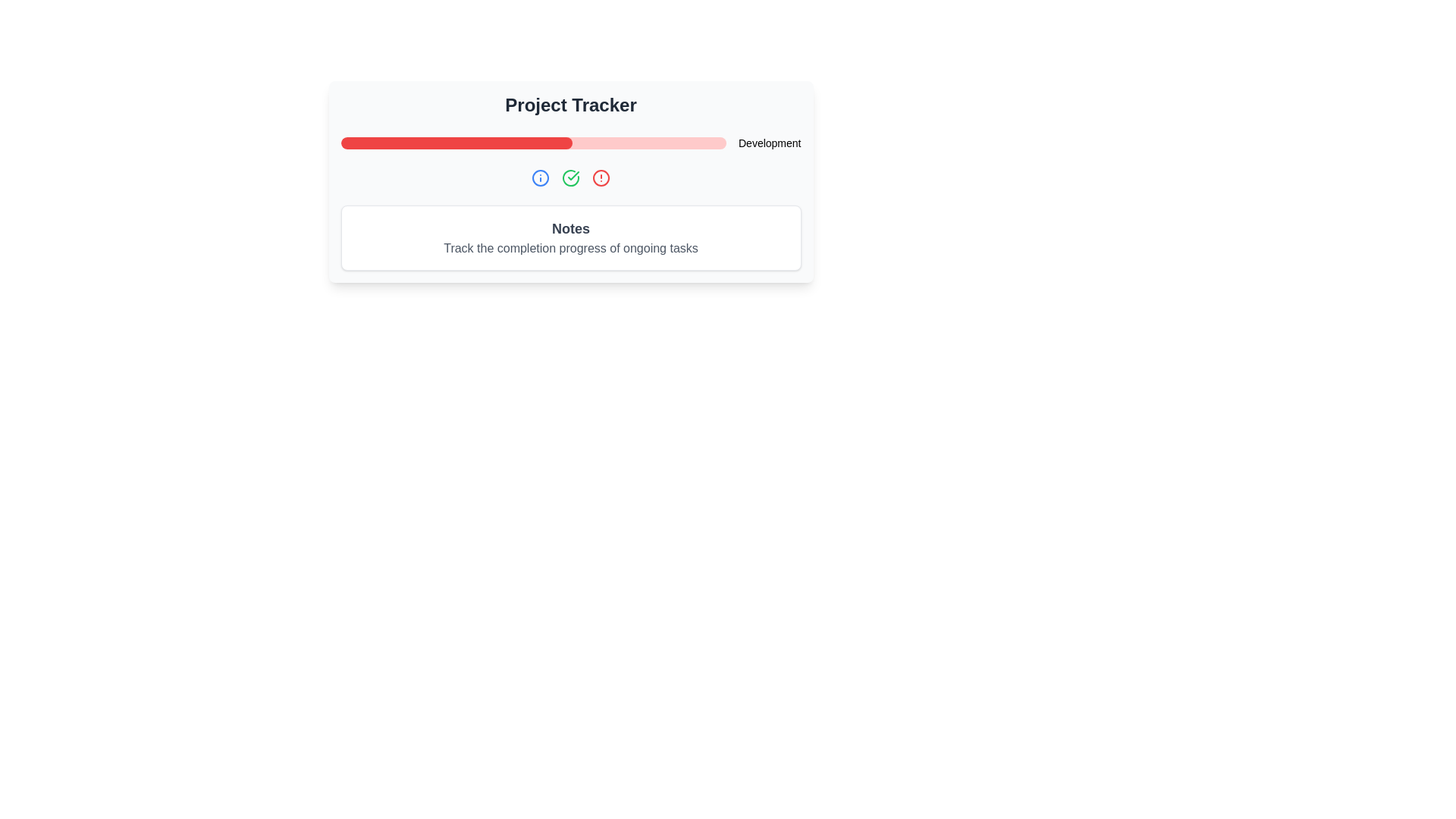 The image size is (1456, 819). Describe the element at coordinates (541, 177) in the screenshot. I see `the leftmost icon located below the progress bar, which serves as an indicator or button for additional information` at that location.